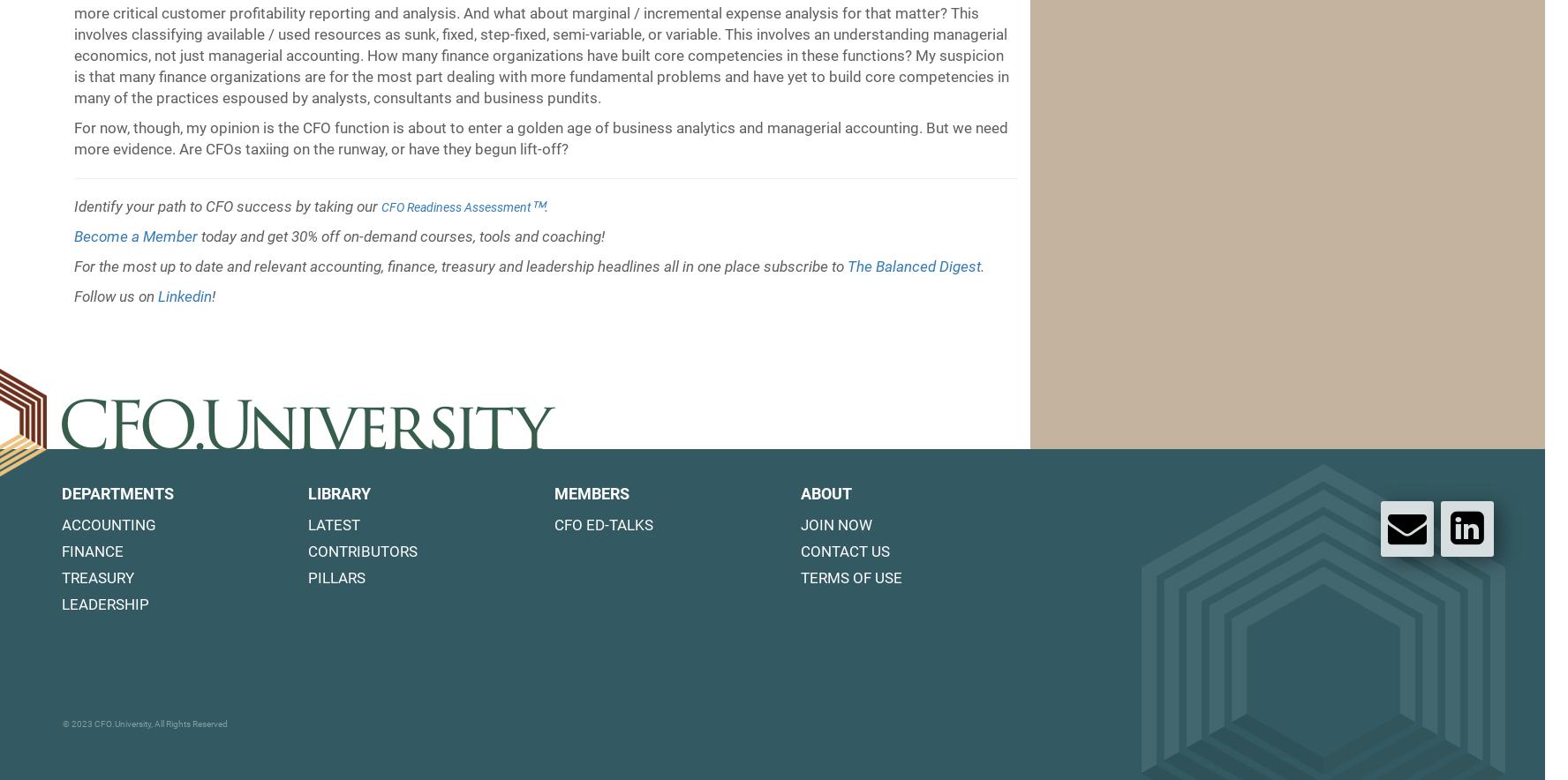 The height and width of the screenshot is (780, 1568). I want to click on 'Contact Us', so click(800, 551).